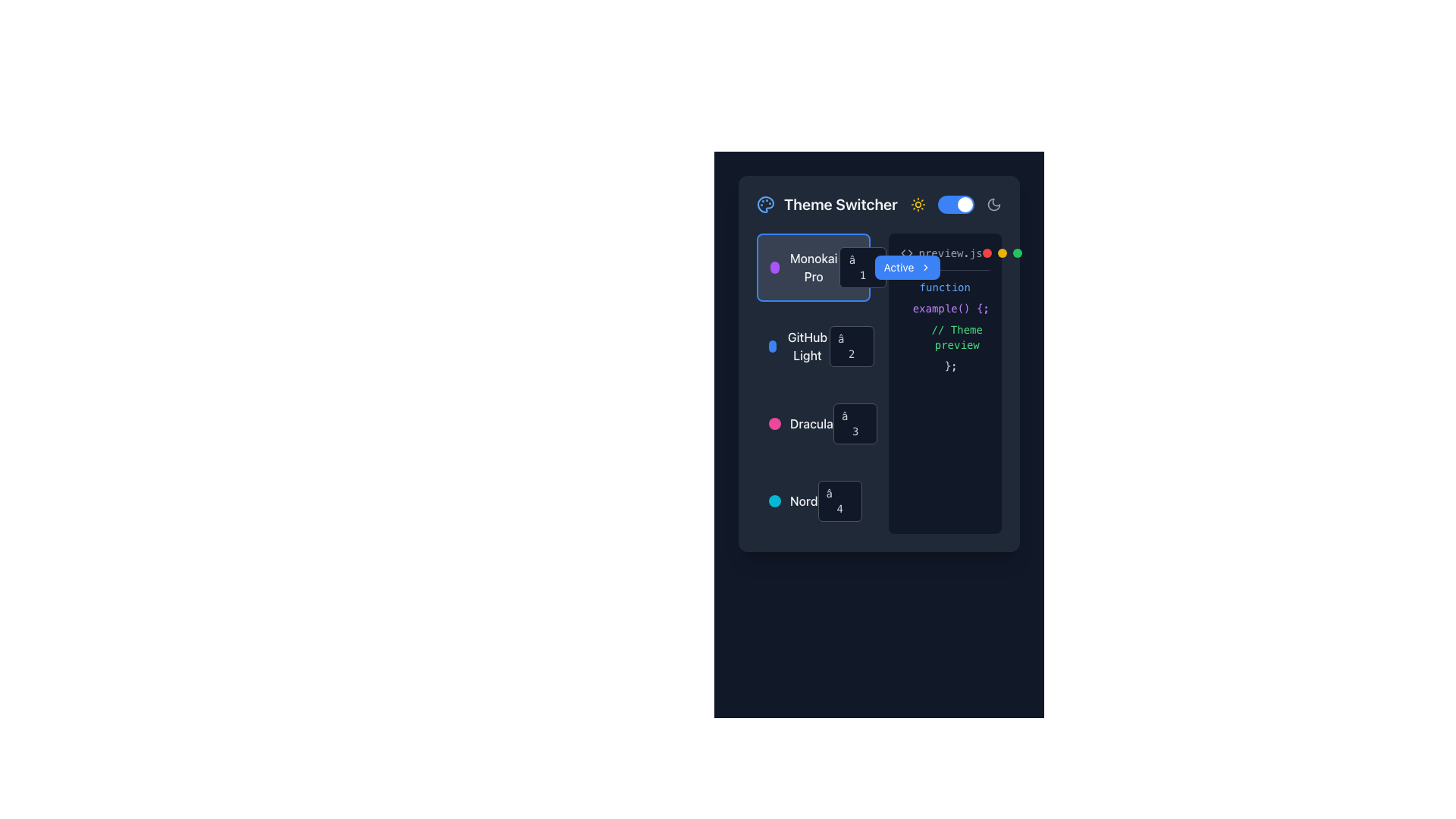  What do you see at coordinates (812, 267) in the screenshot?
I see `the first selectable list item labeled 'Monokai Pro' with an 'Active' status badge in the 'Theme Switcher' panel` at bounding box center [812, 267].